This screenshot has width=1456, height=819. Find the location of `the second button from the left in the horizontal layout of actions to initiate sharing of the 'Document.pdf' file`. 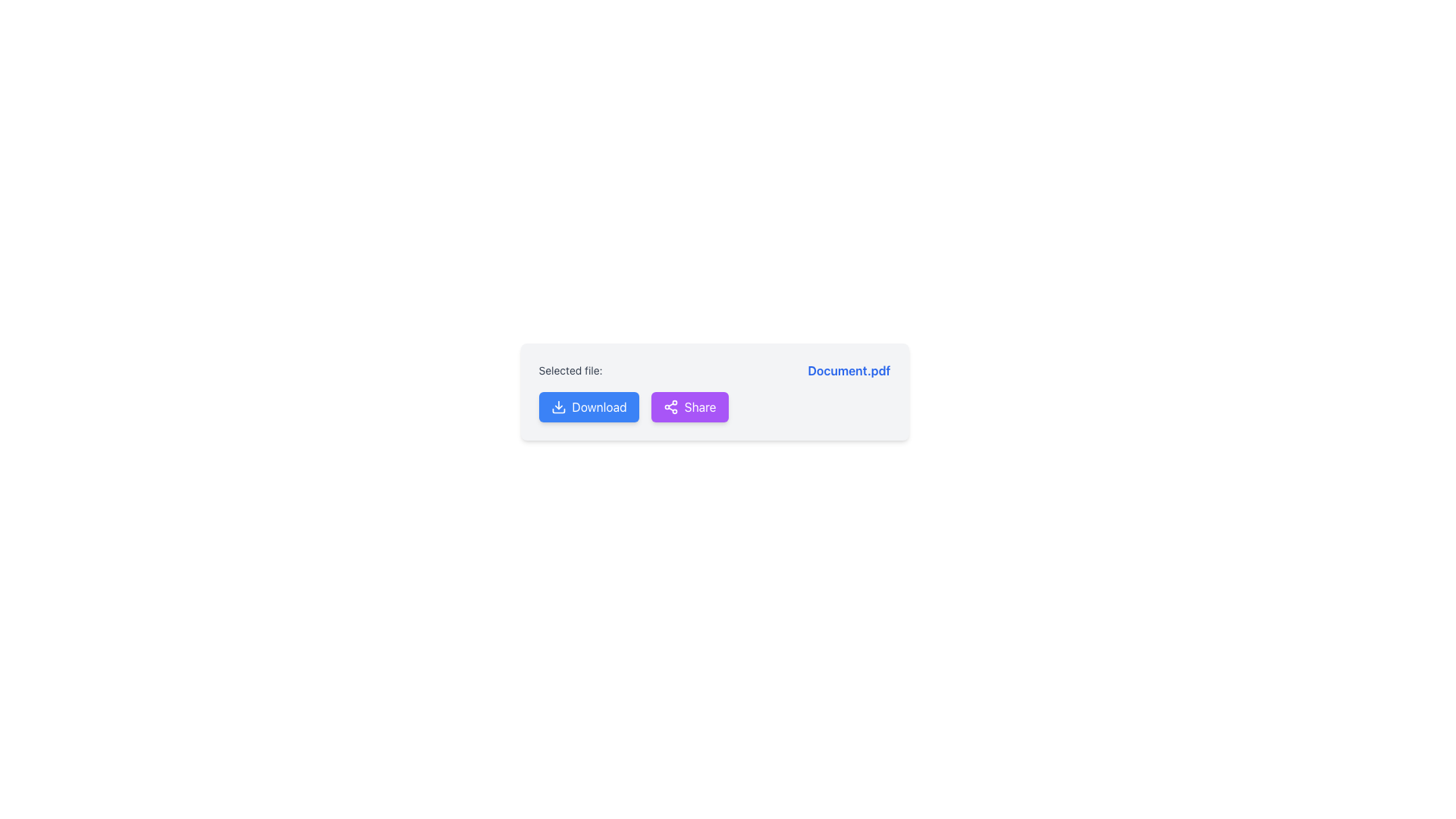

the second button from the left in the horizontal layout of actions to initiate sharing of the 'Document.pdf' file is located at coordinates (714, 391).